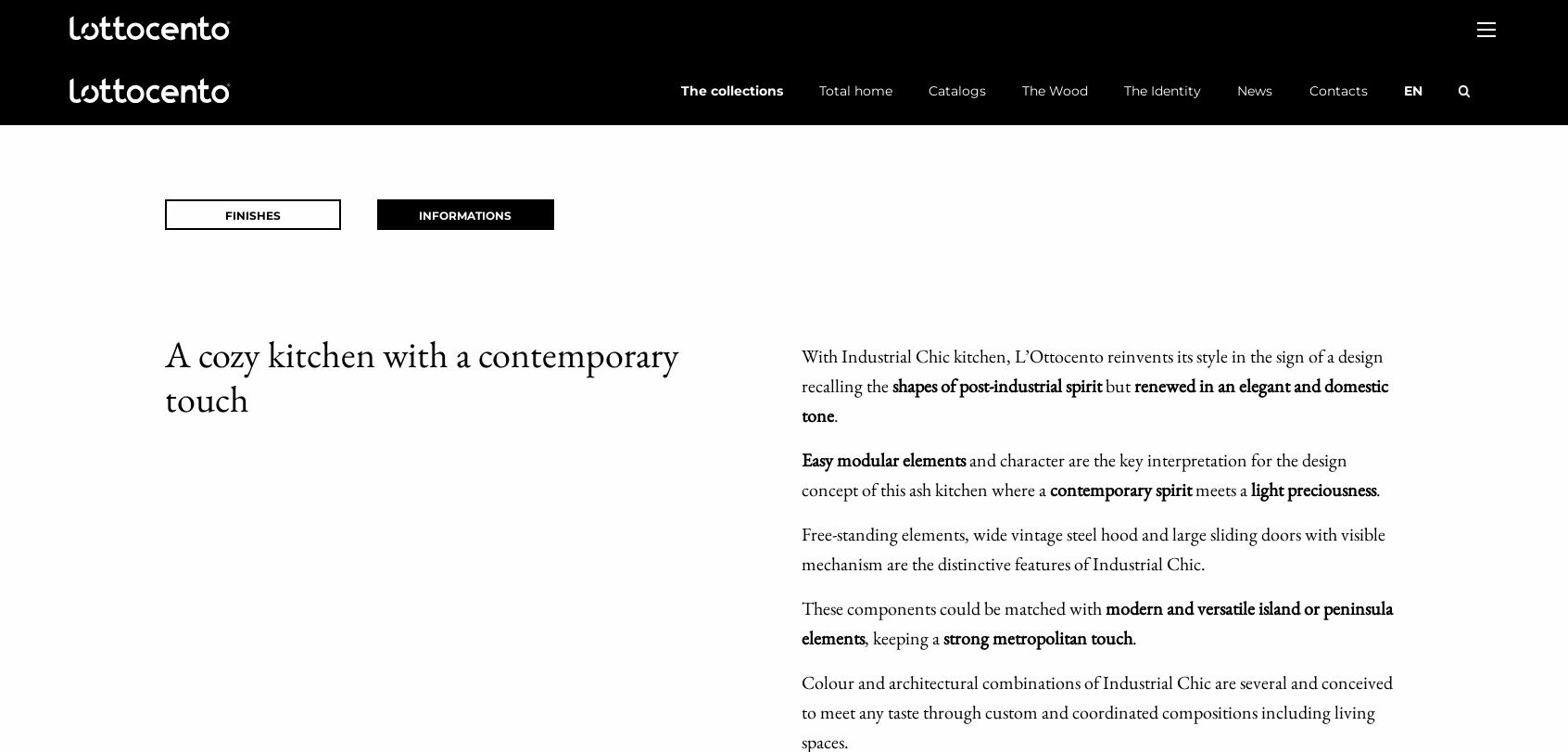 The image size is (1568, 752). What do you see at coordinates (953, 605) in the screenshot?
I see `'These components could be matched with'` at bounding box center [953, 605].